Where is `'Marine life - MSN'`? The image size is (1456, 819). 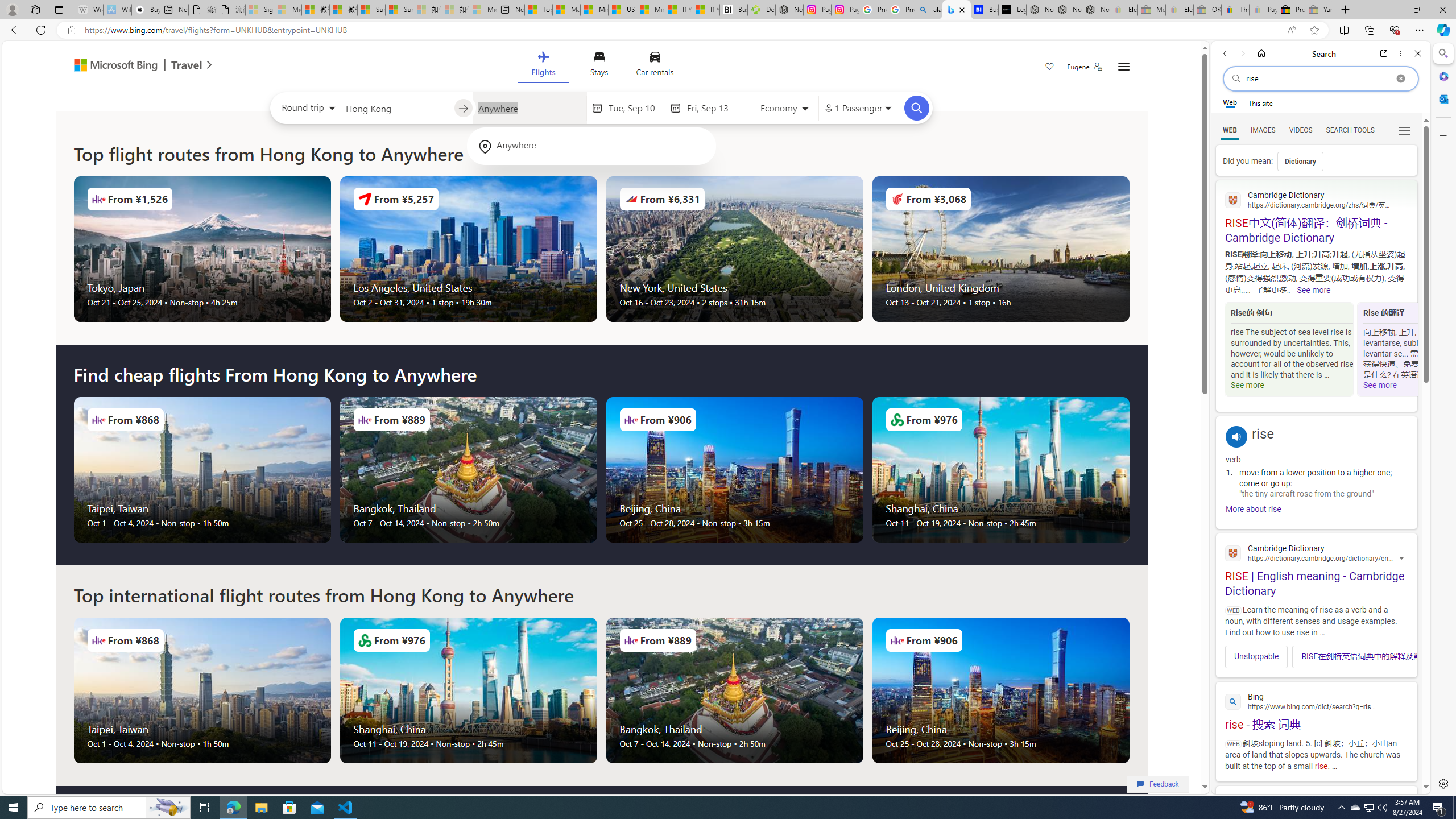 'Marine life - MSN' is located at coordinates (565, 9).